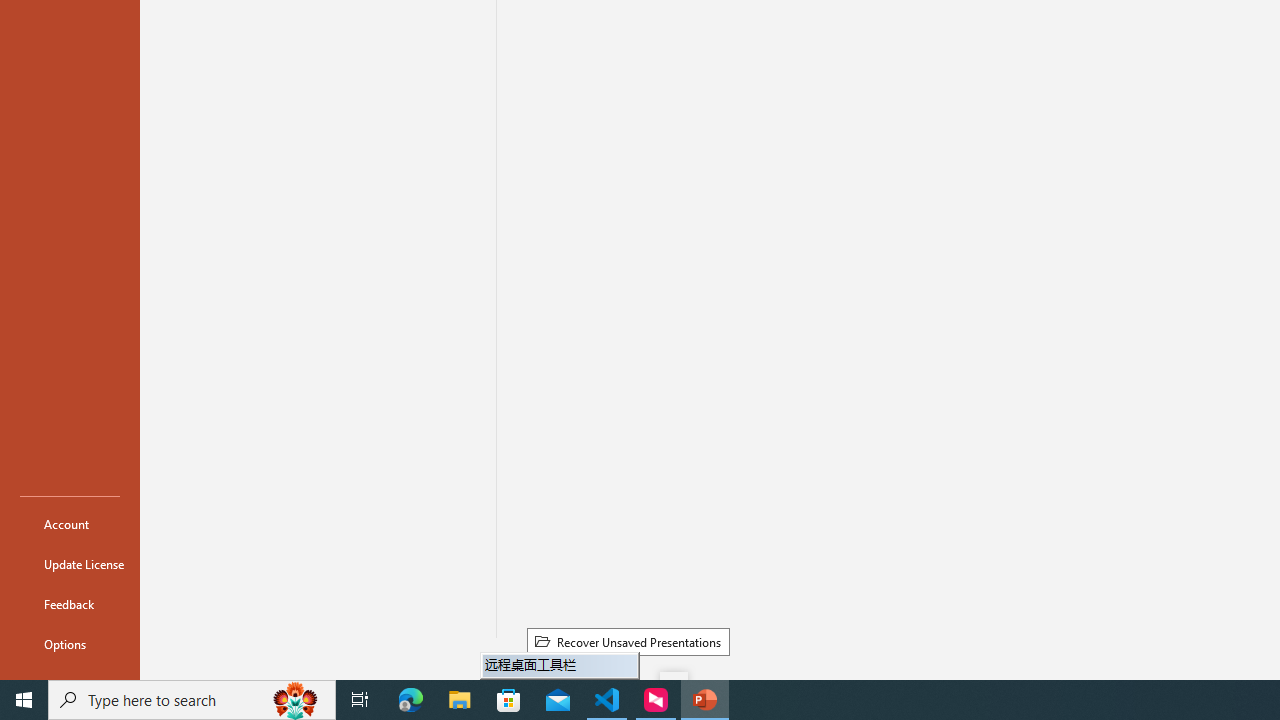 This screenshot has height=720, width=1280. Describe the element at coordinates (69, 603) in the screenshot. I see `'Feedback'` at that location.